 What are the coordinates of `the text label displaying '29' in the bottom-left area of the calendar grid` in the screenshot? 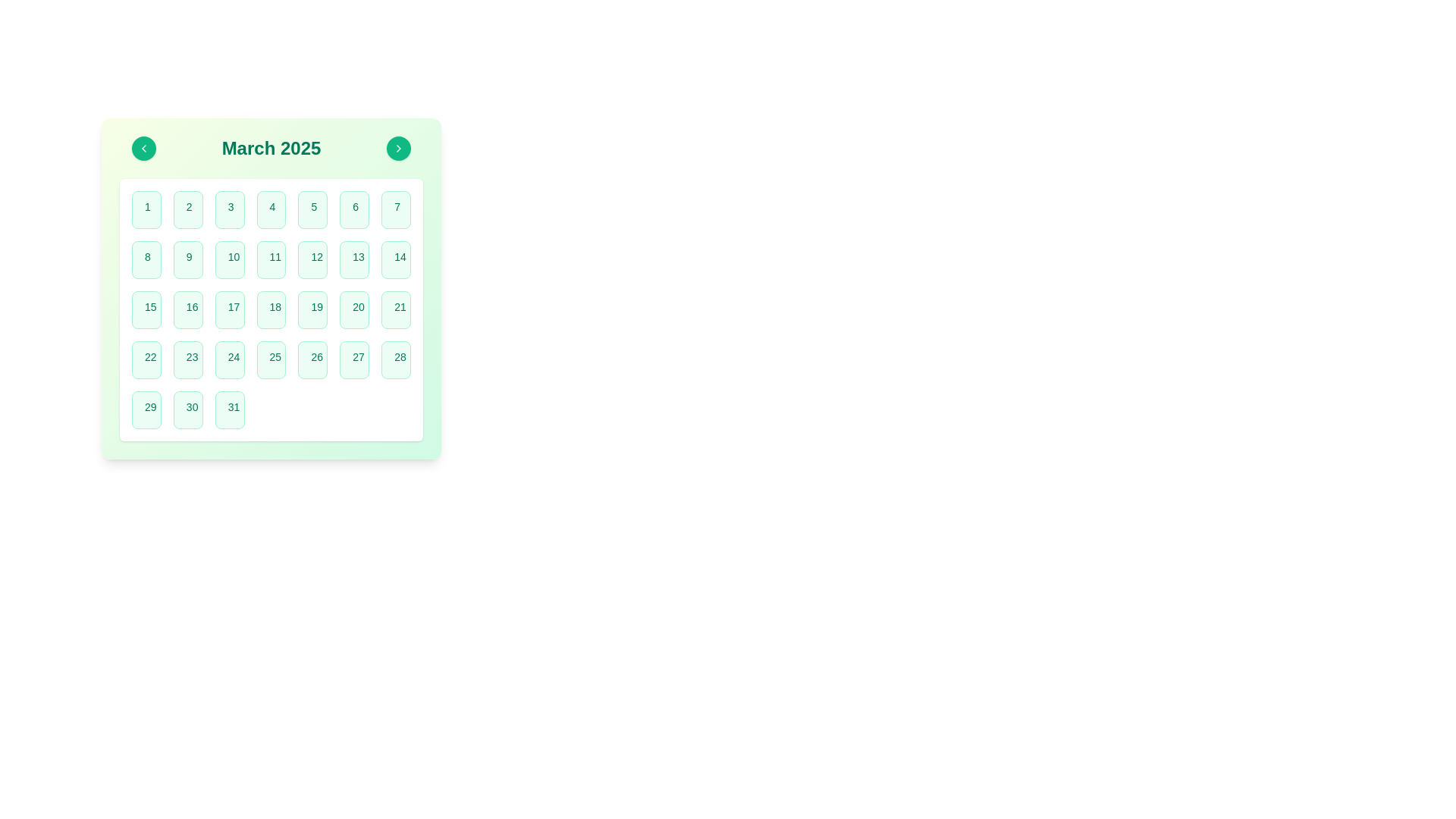 It's located at (150, 406).